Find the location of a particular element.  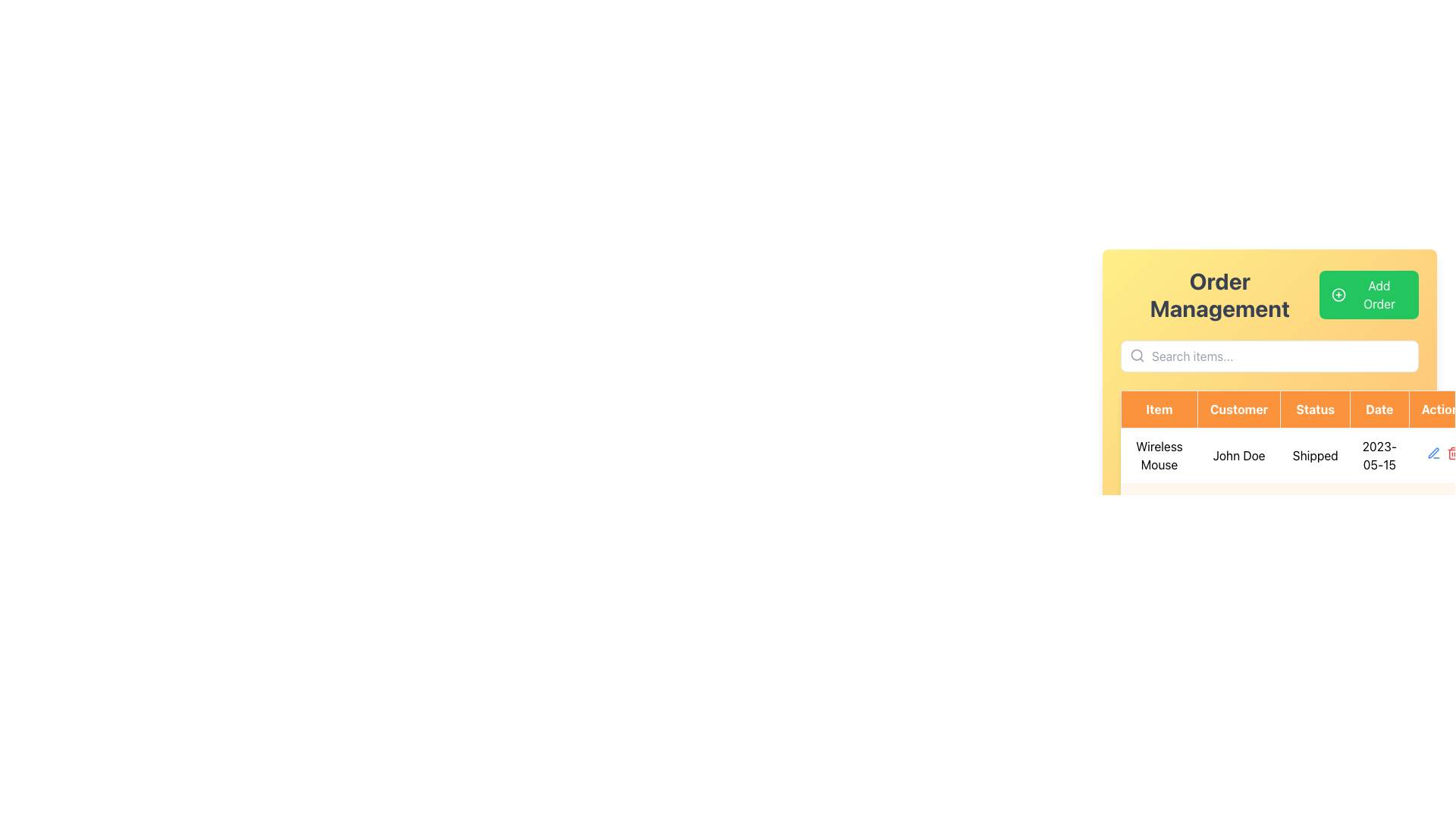

the circular icon with a hollow bordered circle and plus symbol located within the green 'Add Order' button in the upper-right corner of the populated table interface is located at coordinates (1338, 295).